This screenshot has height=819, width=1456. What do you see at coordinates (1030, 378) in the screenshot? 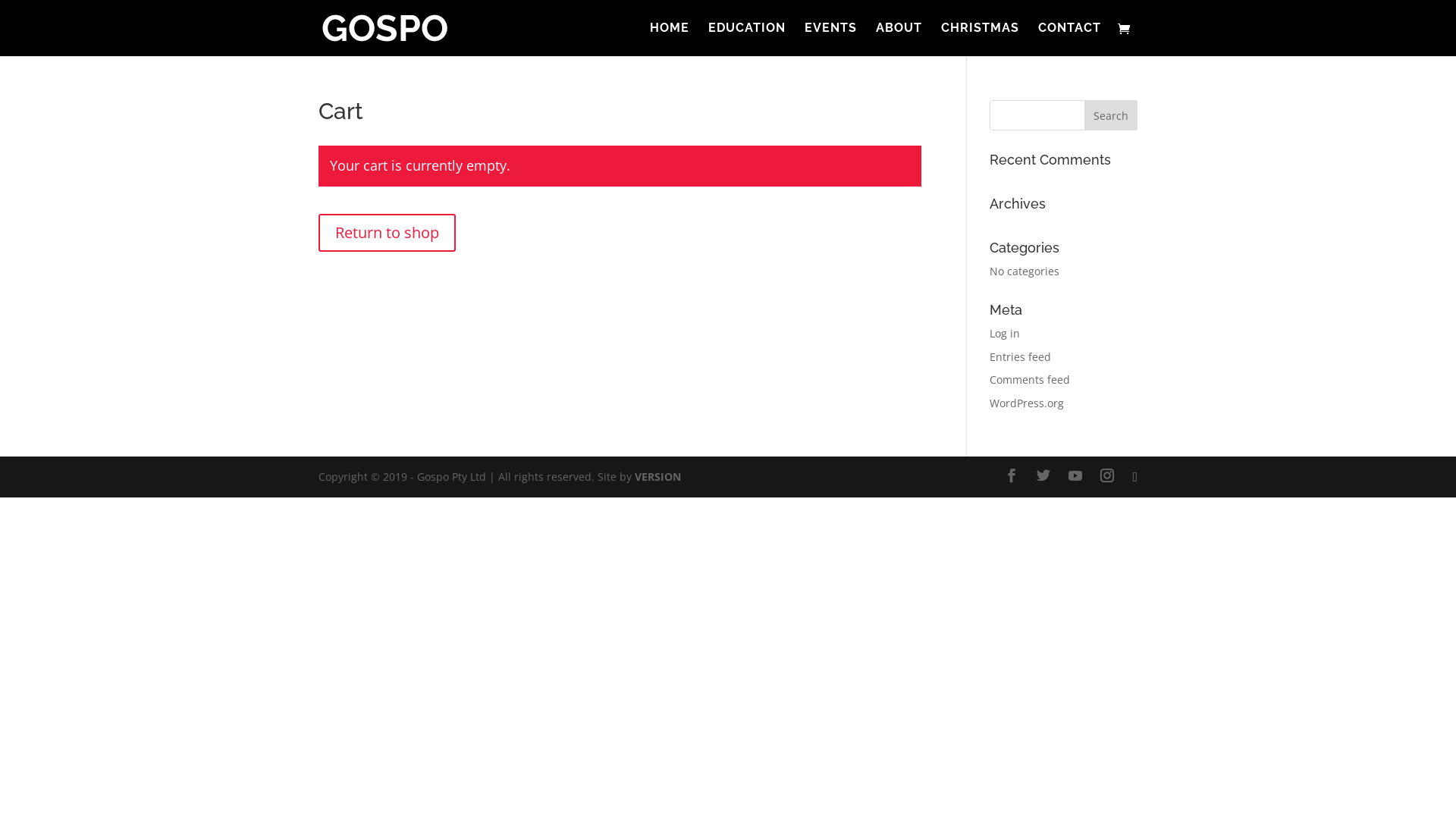
I see `'Comments feed'` at bounding box center [1030, 378].